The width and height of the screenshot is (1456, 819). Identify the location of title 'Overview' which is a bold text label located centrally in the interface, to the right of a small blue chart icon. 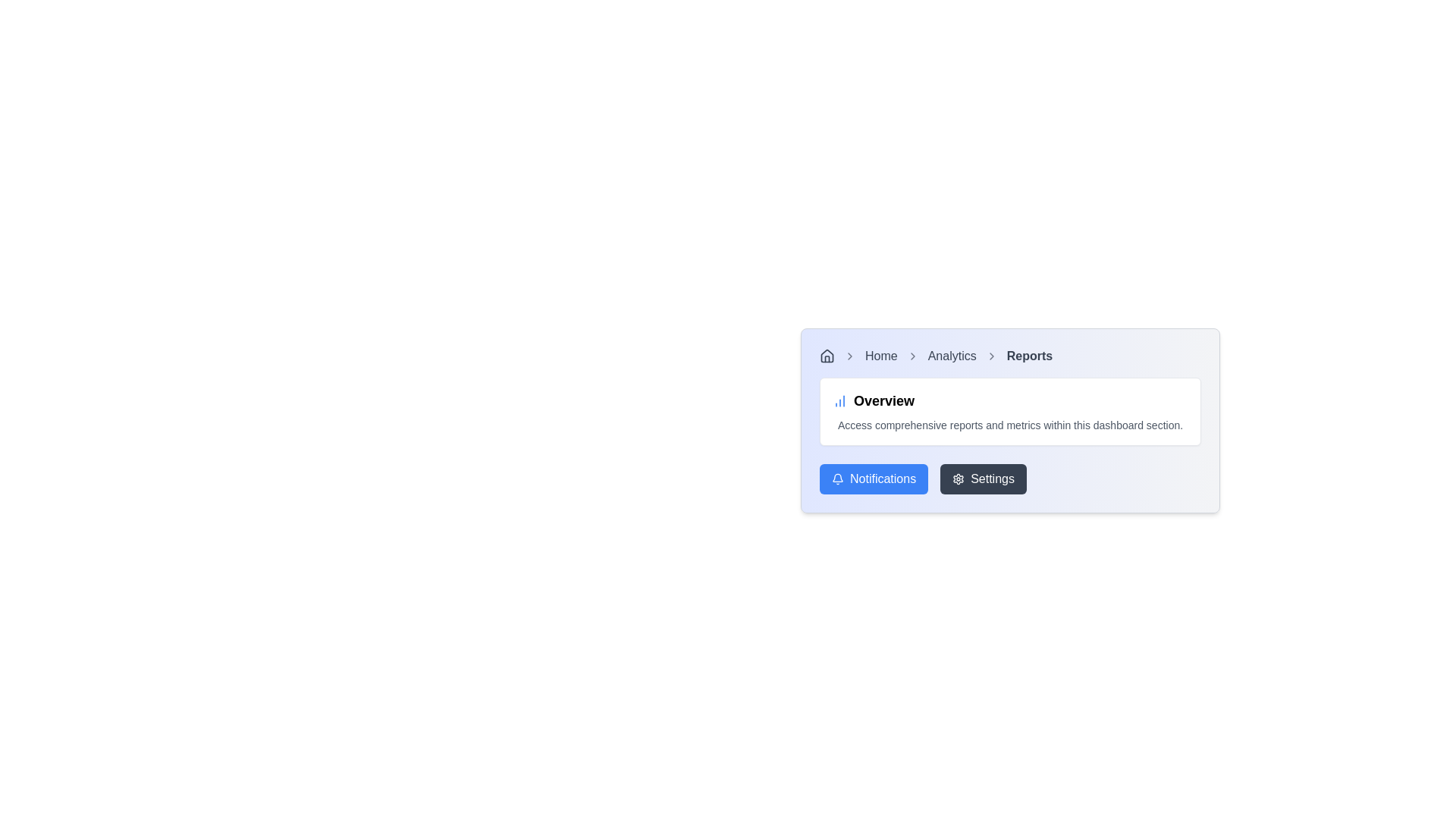
(884, 400).